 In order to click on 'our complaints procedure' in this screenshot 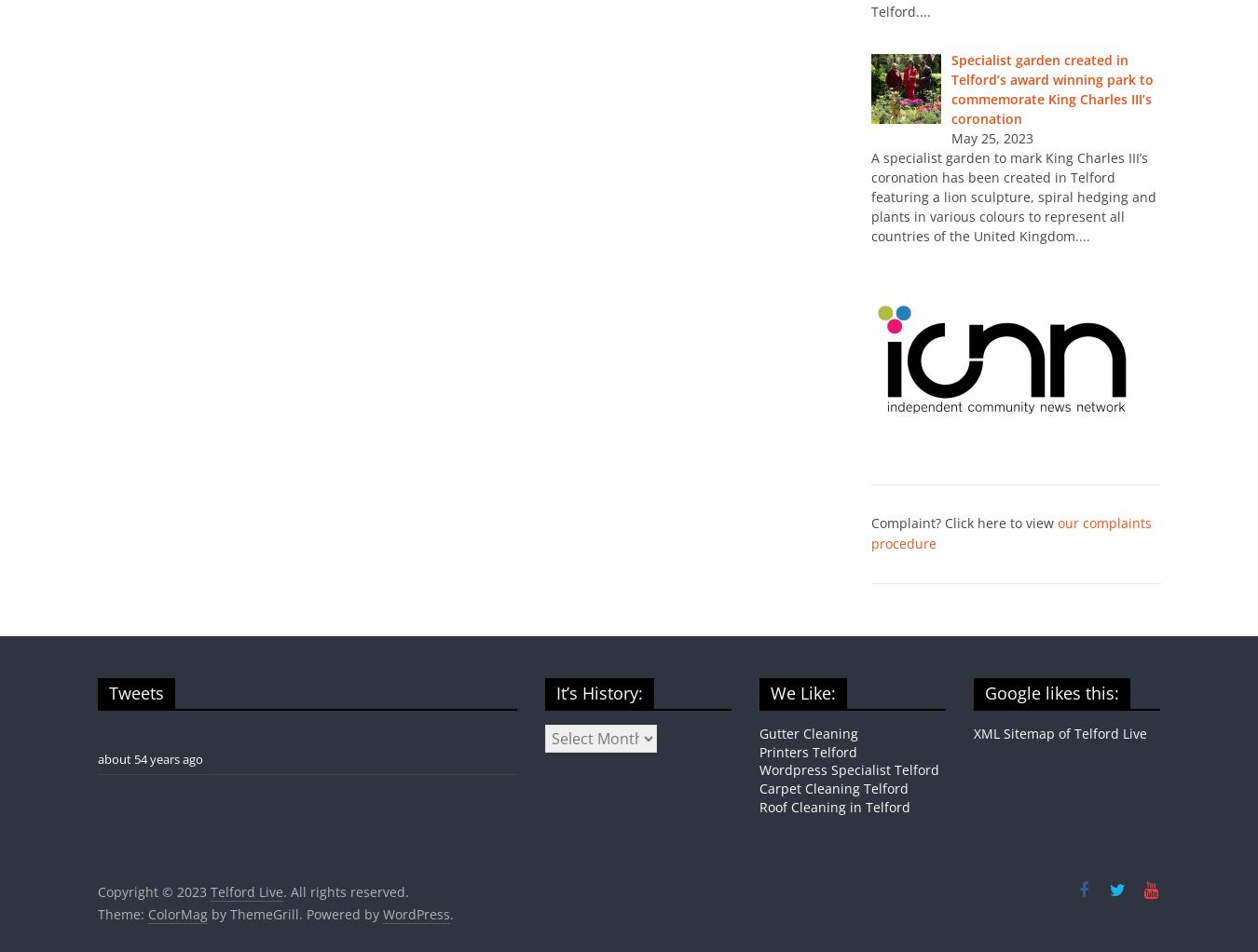, I will do `click(1011, 533)`.